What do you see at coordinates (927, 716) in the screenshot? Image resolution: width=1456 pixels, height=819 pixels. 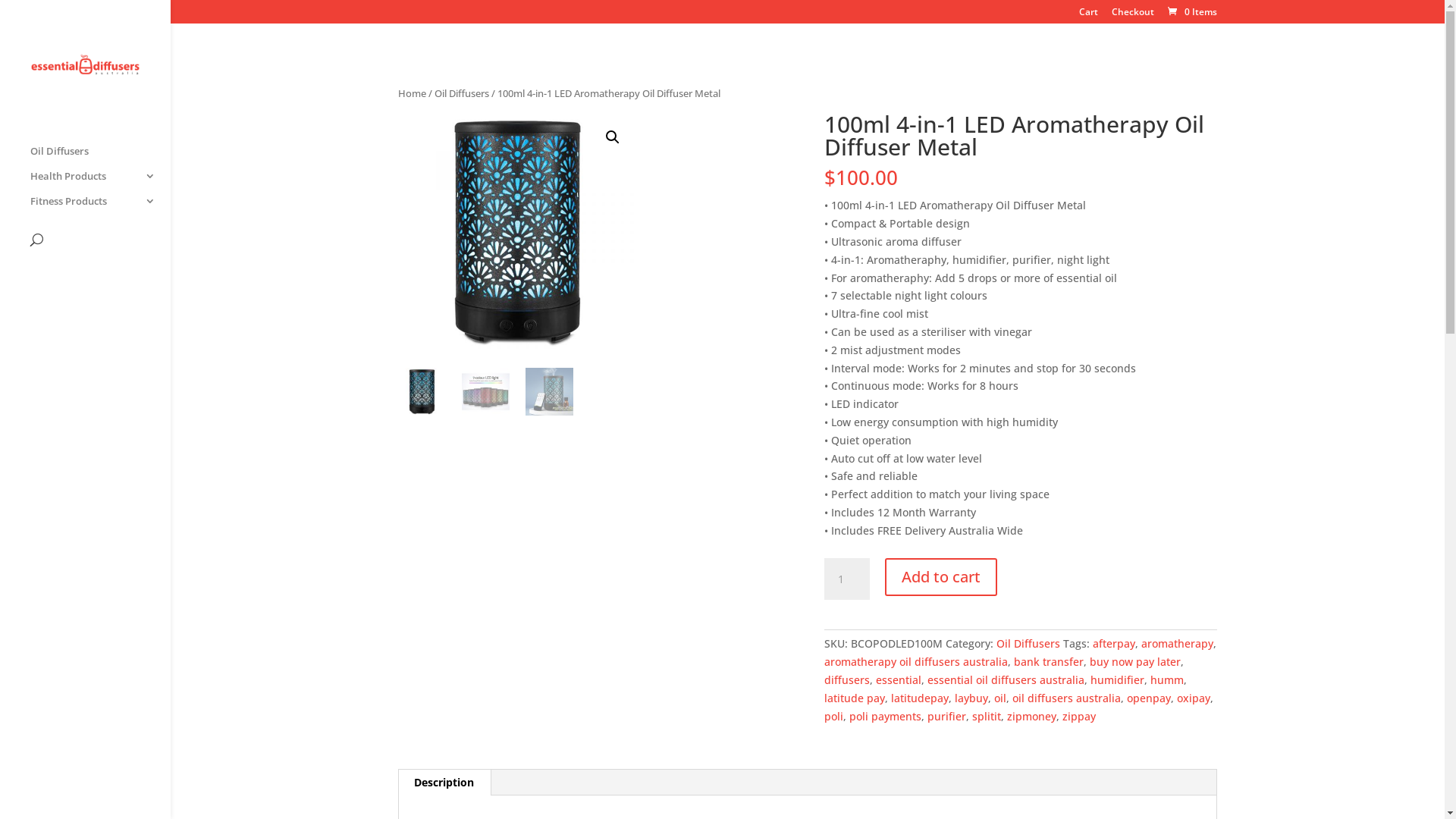 I see `'purifier'` at bounding box center [927, 716].